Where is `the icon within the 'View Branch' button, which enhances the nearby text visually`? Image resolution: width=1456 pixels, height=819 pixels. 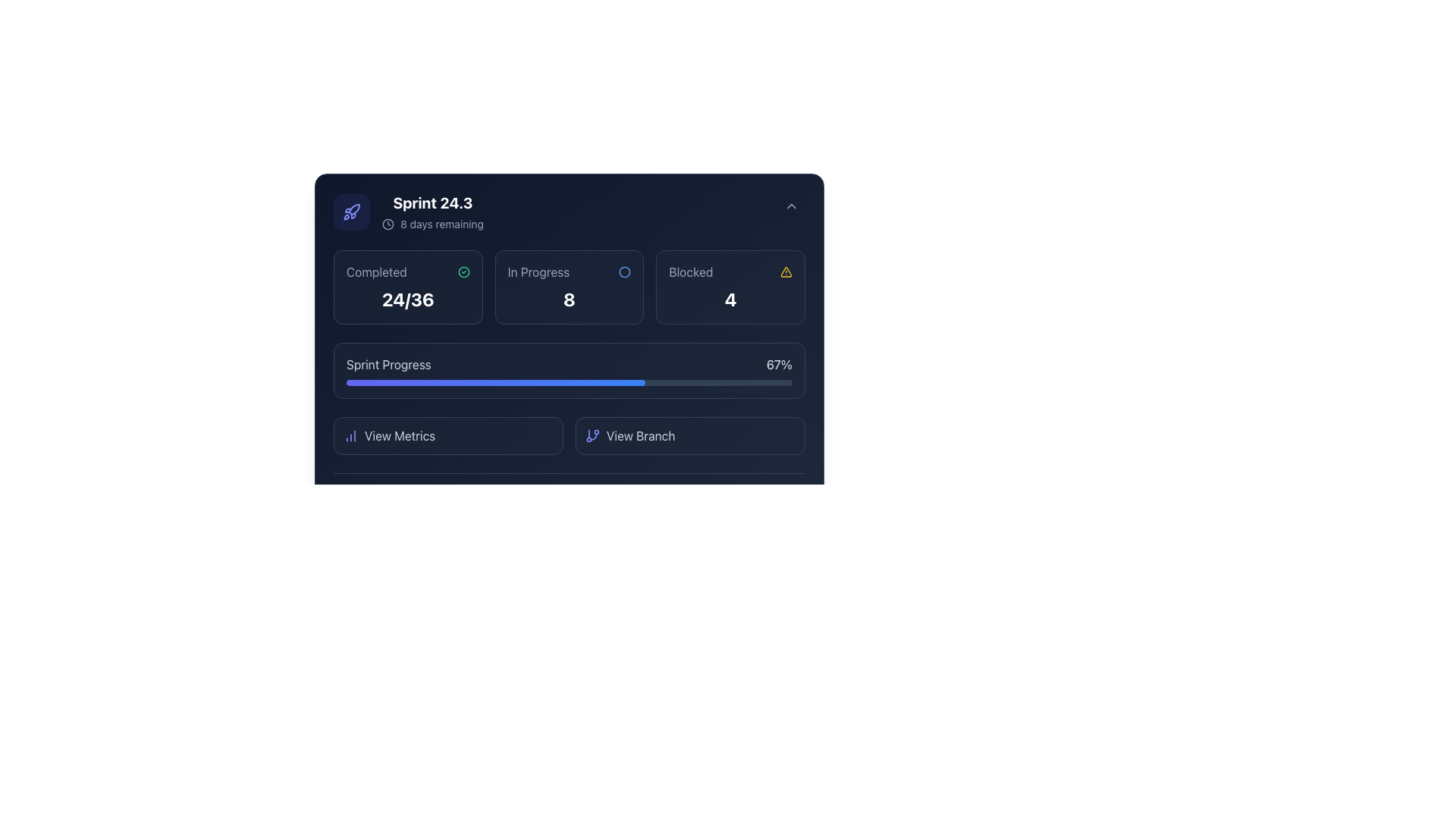
the icon within the 'View Branch' button, which enhances the nearby text visually is located at coordinates (592, 435).